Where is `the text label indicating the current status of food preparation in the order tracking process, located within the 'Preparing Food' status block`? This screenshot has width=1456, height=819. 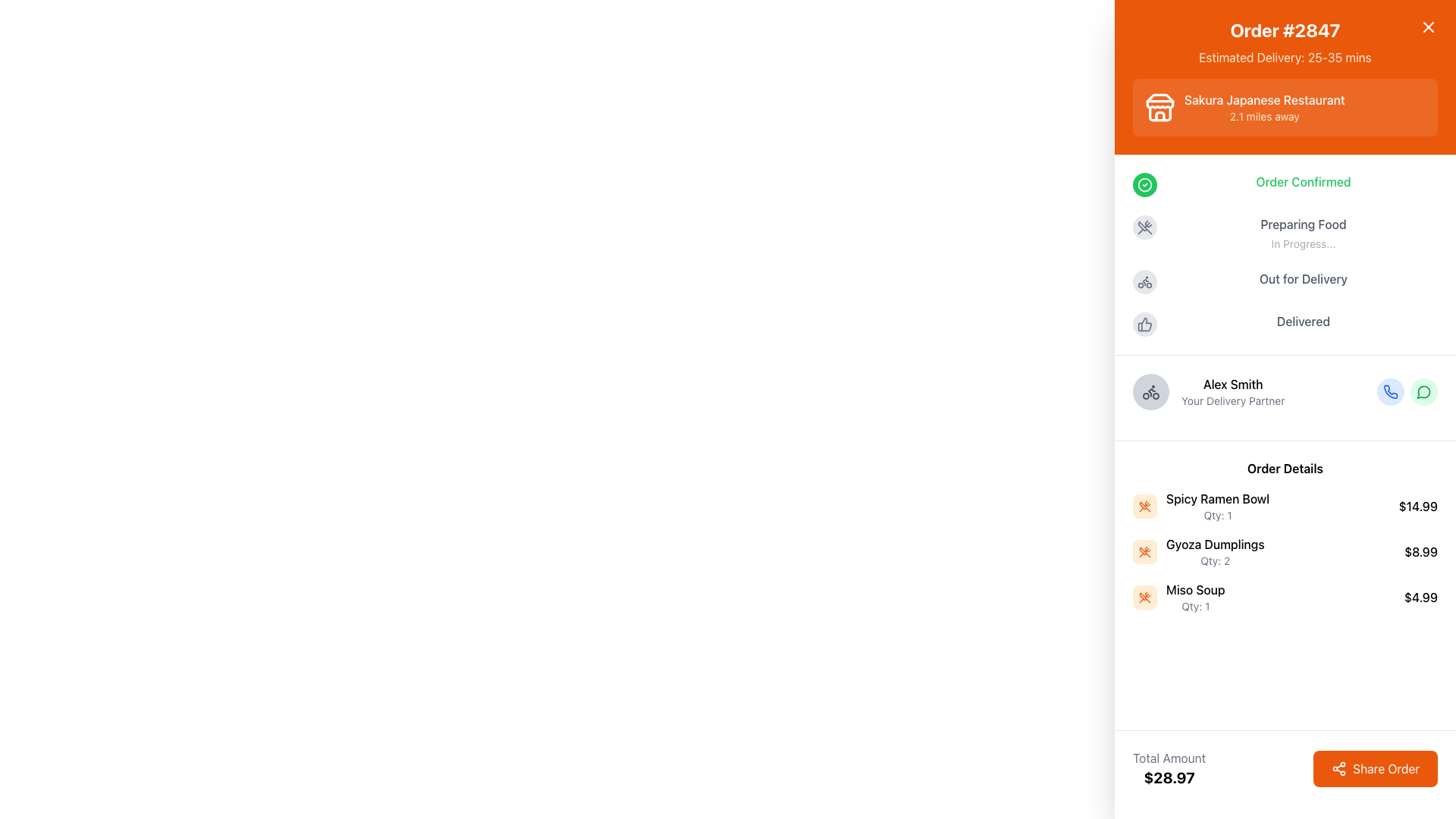 the text label indicating the current status of food preparation in the order tracking process, located within the 'Preparing Food' status block is located at coordinates (1302, 224).